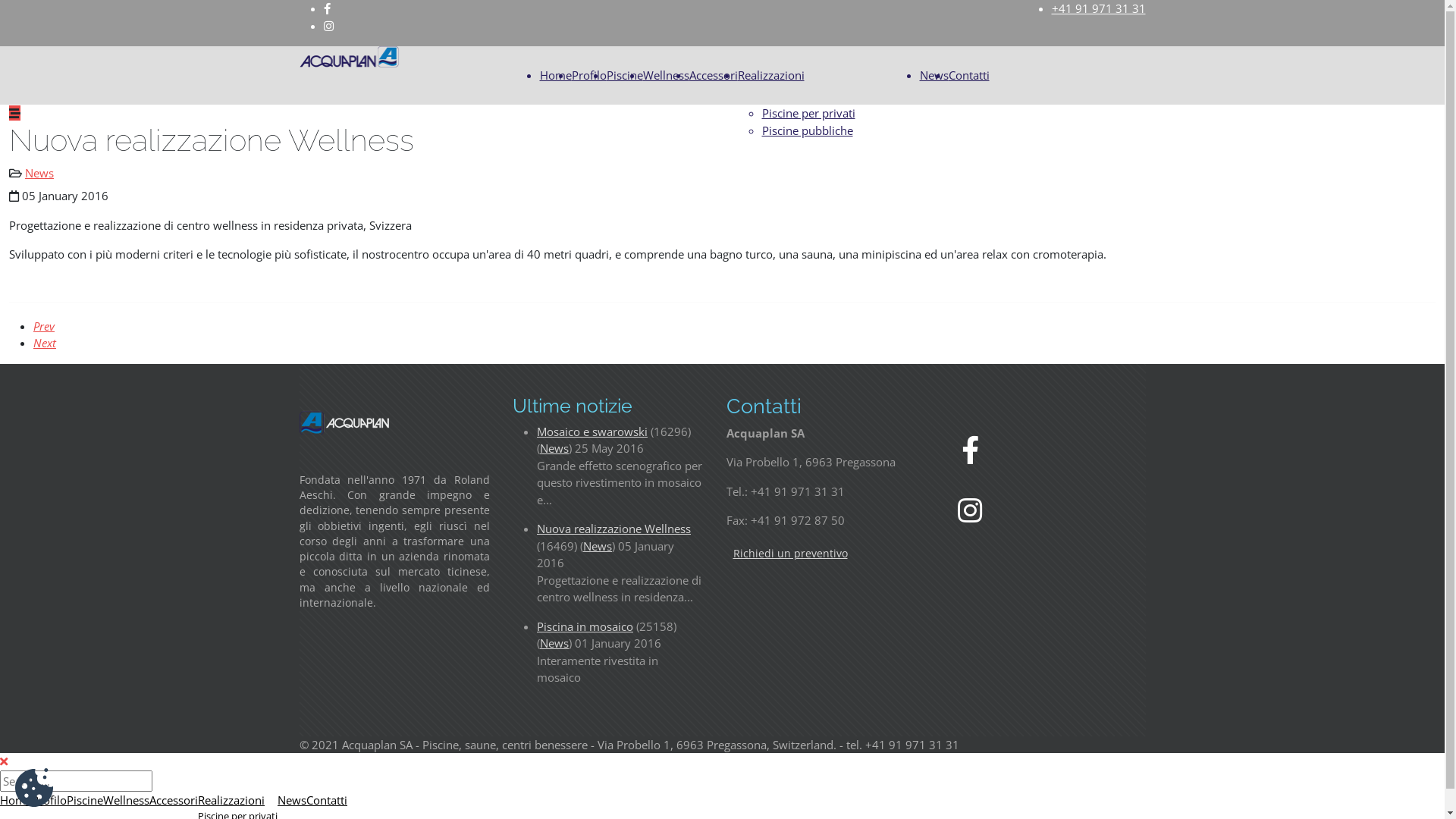 This screenshot has width=1456, height=819. What do you see at coordinates (584, 626) in the screenshot?
I see `'Piscina in mosaico'` at bounding box center [584, 626].